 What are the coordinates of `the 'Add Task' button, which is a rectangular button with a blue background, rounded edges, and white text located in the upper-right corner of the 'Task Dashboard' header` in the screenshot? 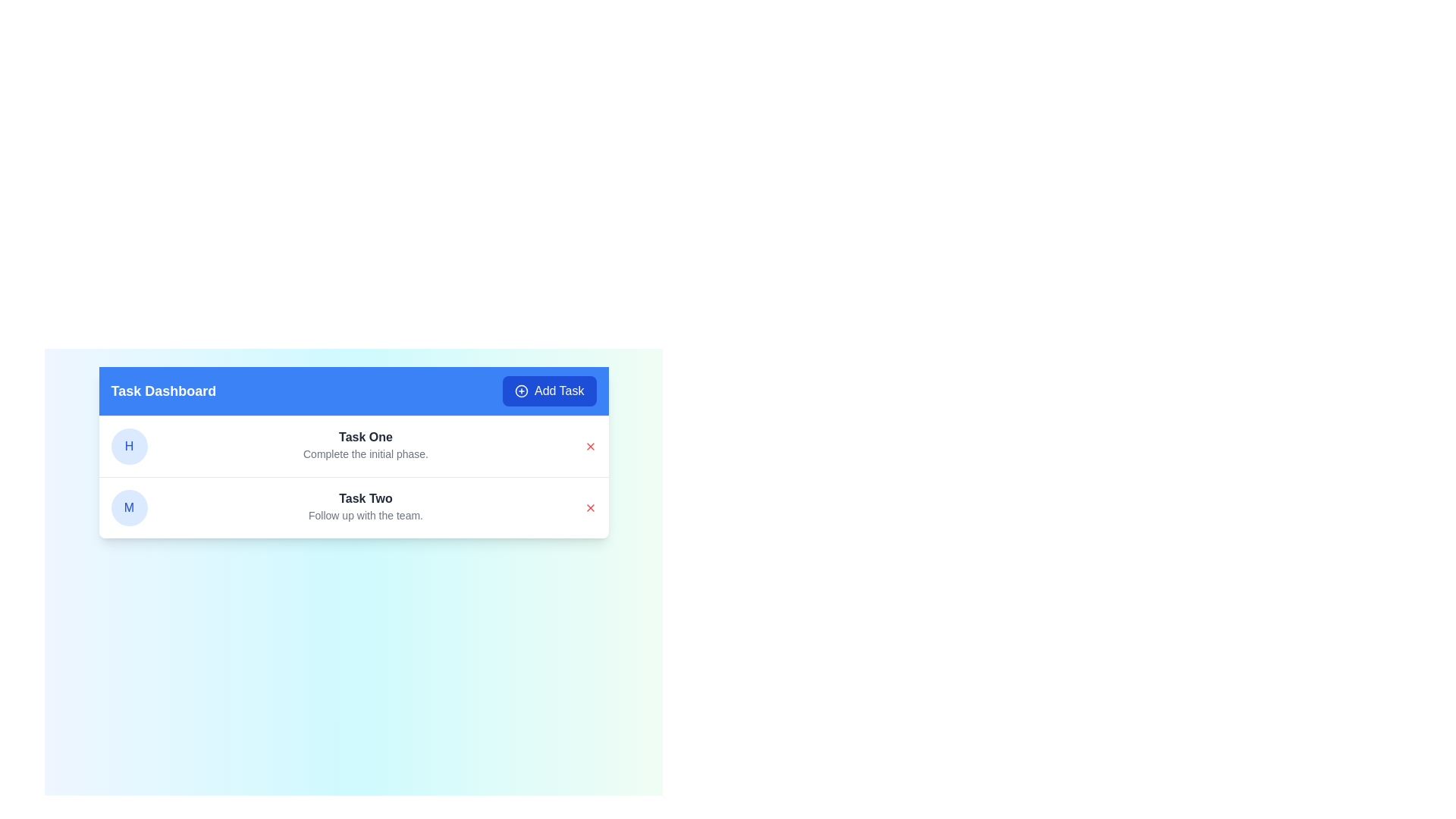 It's located at (548, 391).